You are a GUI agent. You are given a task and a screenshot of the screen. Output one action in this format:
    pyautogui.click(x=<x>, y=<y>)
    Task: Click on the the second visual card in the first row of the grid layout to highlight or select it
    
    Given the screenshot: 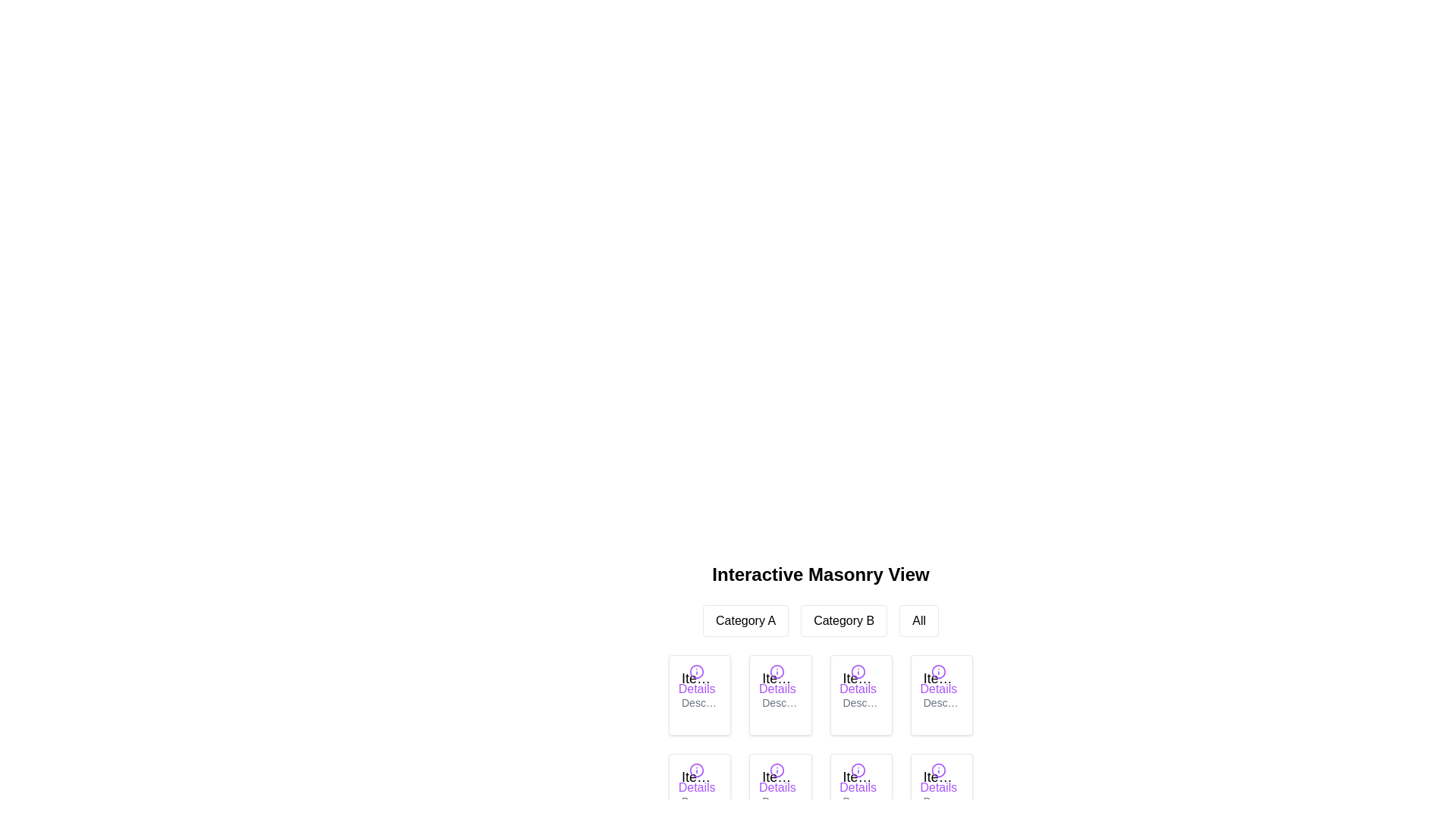 What is the action you would take?
    pyautogui.click(x=780, y=695)
    